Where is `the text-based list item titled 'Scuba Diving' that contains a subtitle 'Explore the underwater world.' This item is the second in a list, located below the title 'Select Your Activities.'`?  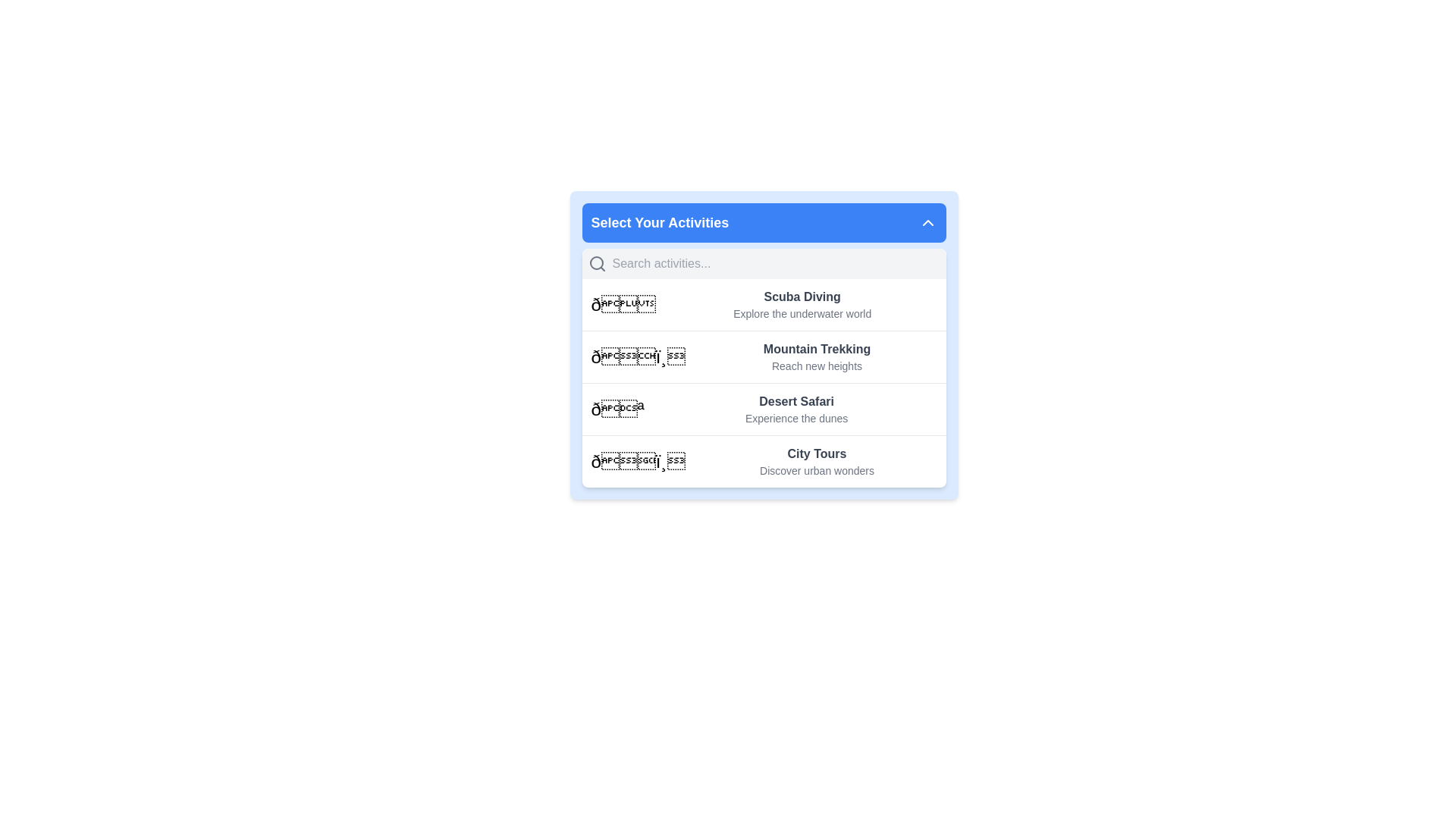
the text-based list item titled 'Scuba Diving' that contains a subtitle 'Explore the underwater world.' This item is the second in a list, located below the title 'Select Your Activities.' is located at coordinates (802, 304).